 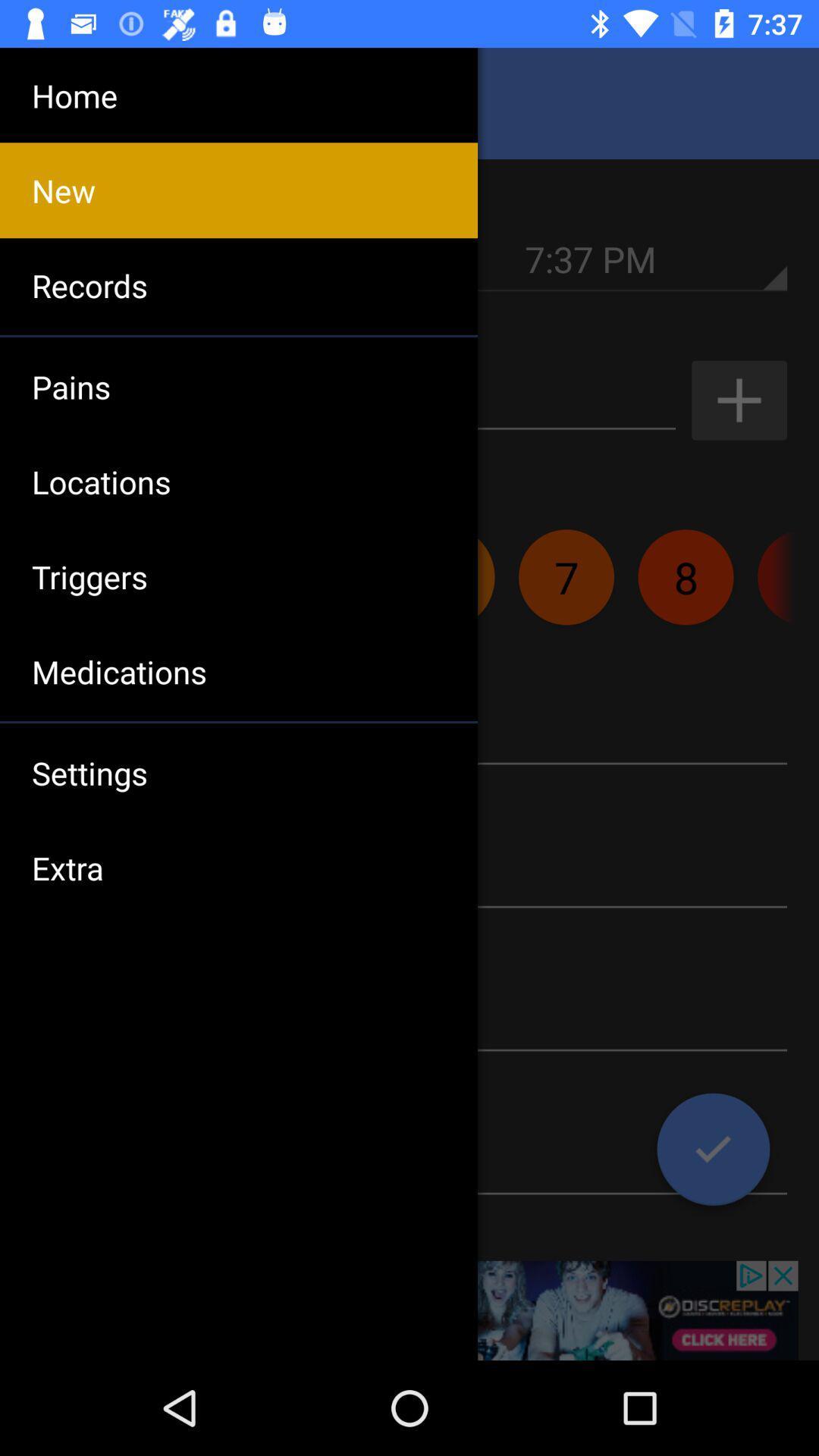 I want to click on the check icon, so click(x=713, y=1154).